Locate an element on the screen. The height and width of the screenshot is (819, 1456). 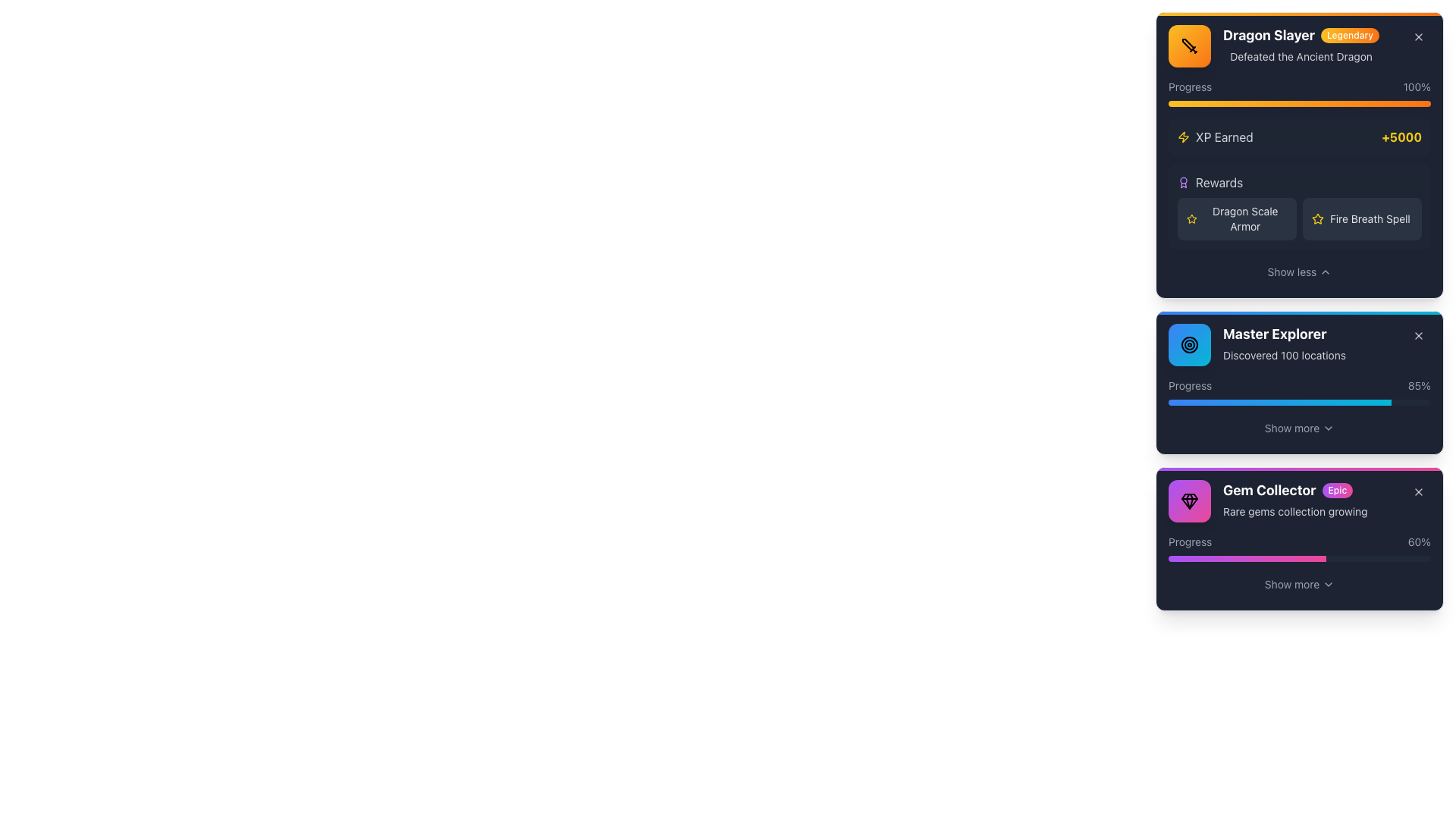
the target graphic icon, represented by a target symbol, located within a rounded square button with a blue-to-cyan gradient background in the 'Master Explorer' section is located at coordinates (1189, 345).